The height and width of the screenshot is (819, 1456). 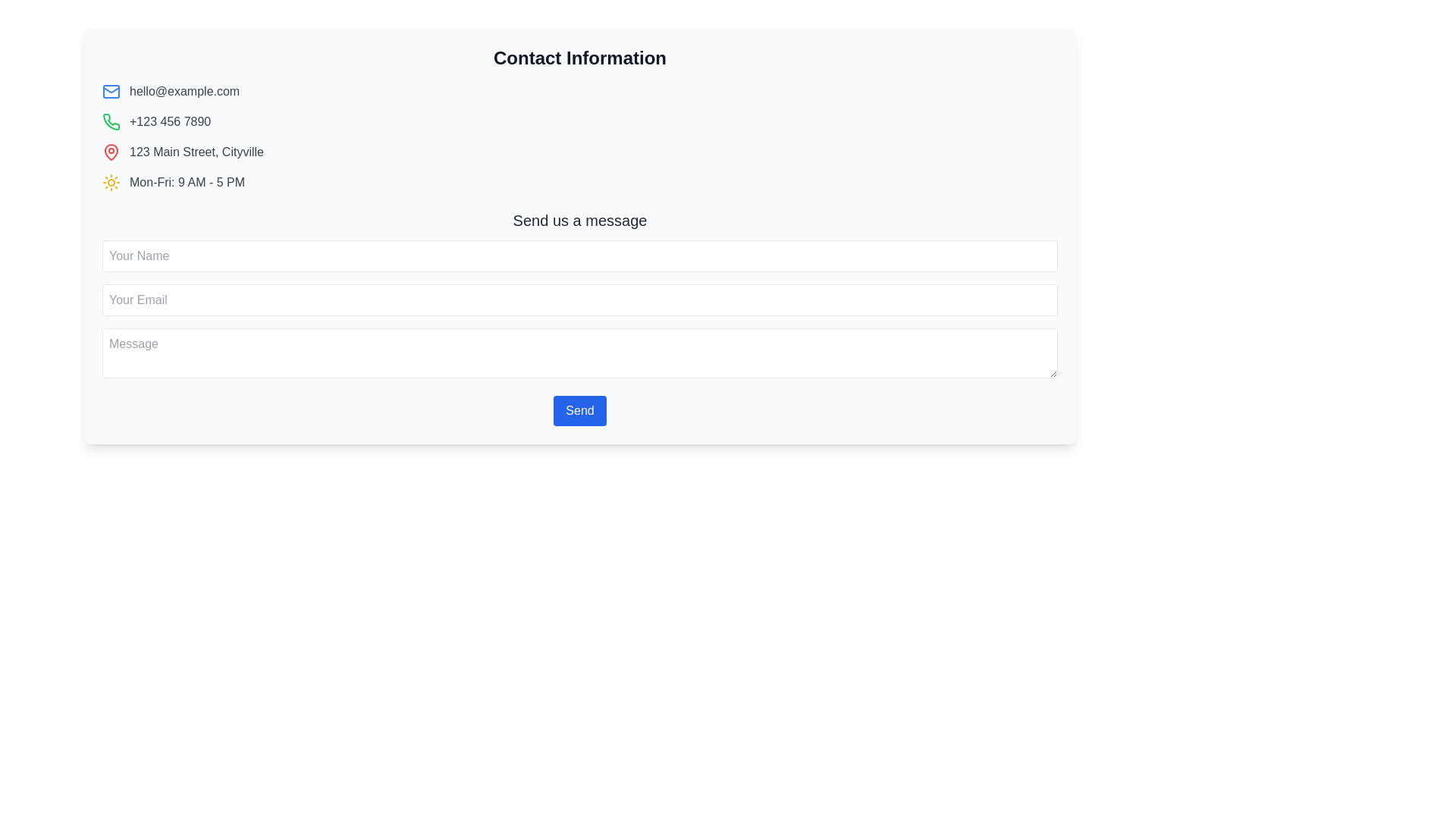 What do you see at coordinates (111, 152) in the screenshot?
I see `the address icon located in the vertical list of icons on the left side of the contact information section` at bounding box center [111, 152].